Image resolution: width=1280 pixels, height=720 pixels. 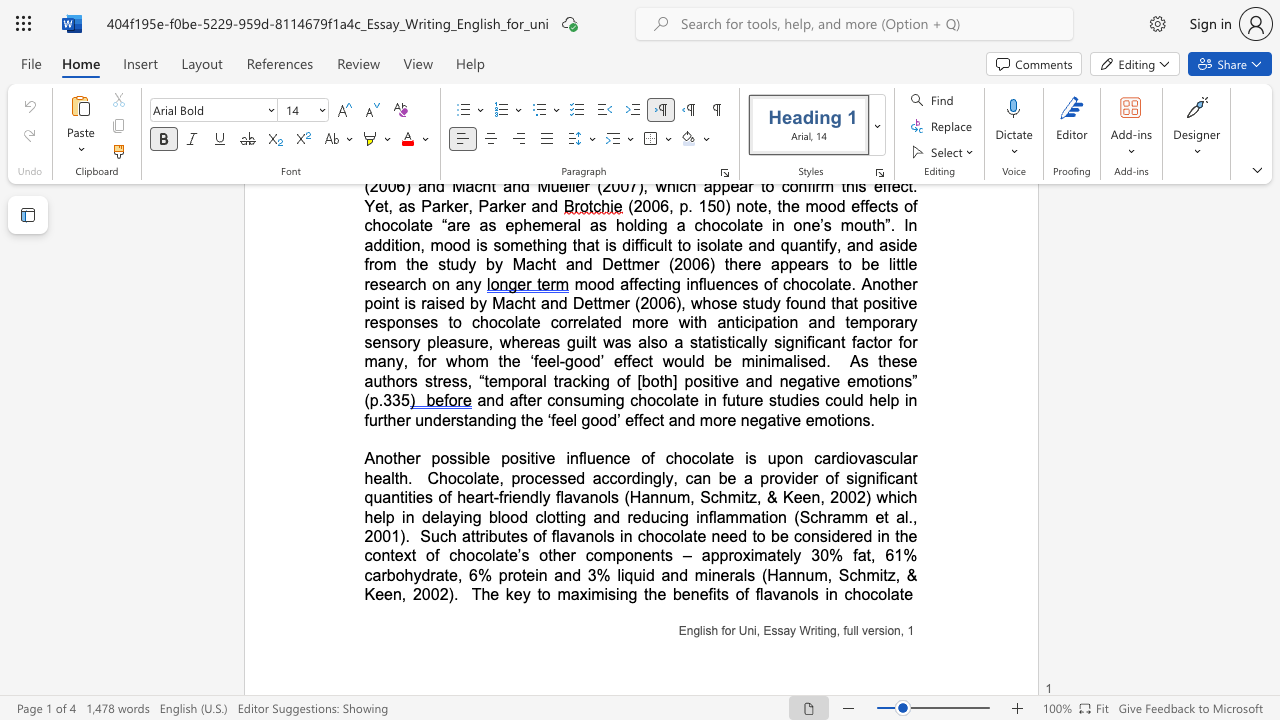 I want to click on the subset text "s in" within the text "The key to maximising the benefits of flavanols in chocolate", so click(x=810, y=593).